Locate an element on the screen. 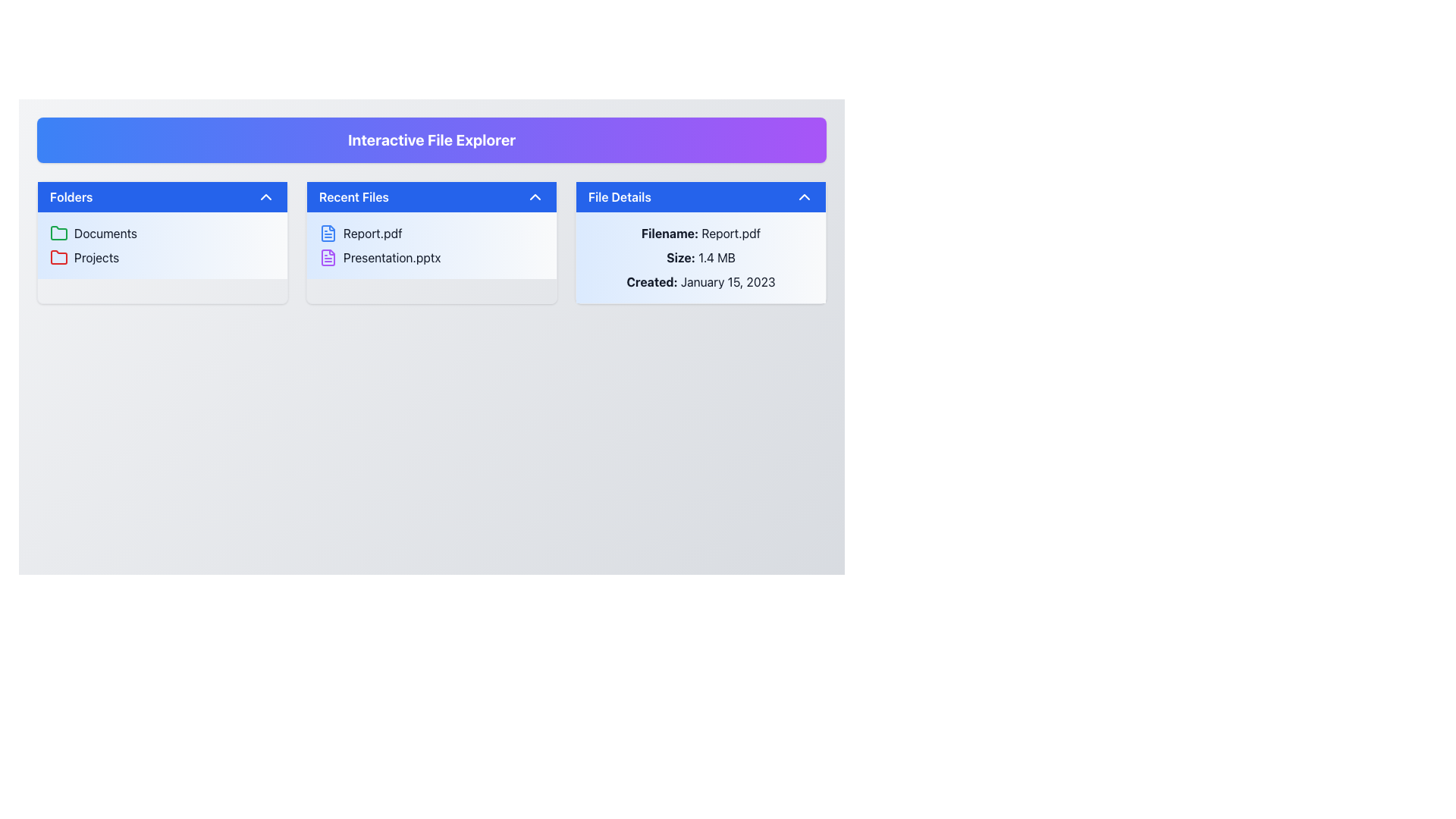  the red folder icon located under the 'Folders' section next to the label 'Projects' is located at coordinates (58, 256).